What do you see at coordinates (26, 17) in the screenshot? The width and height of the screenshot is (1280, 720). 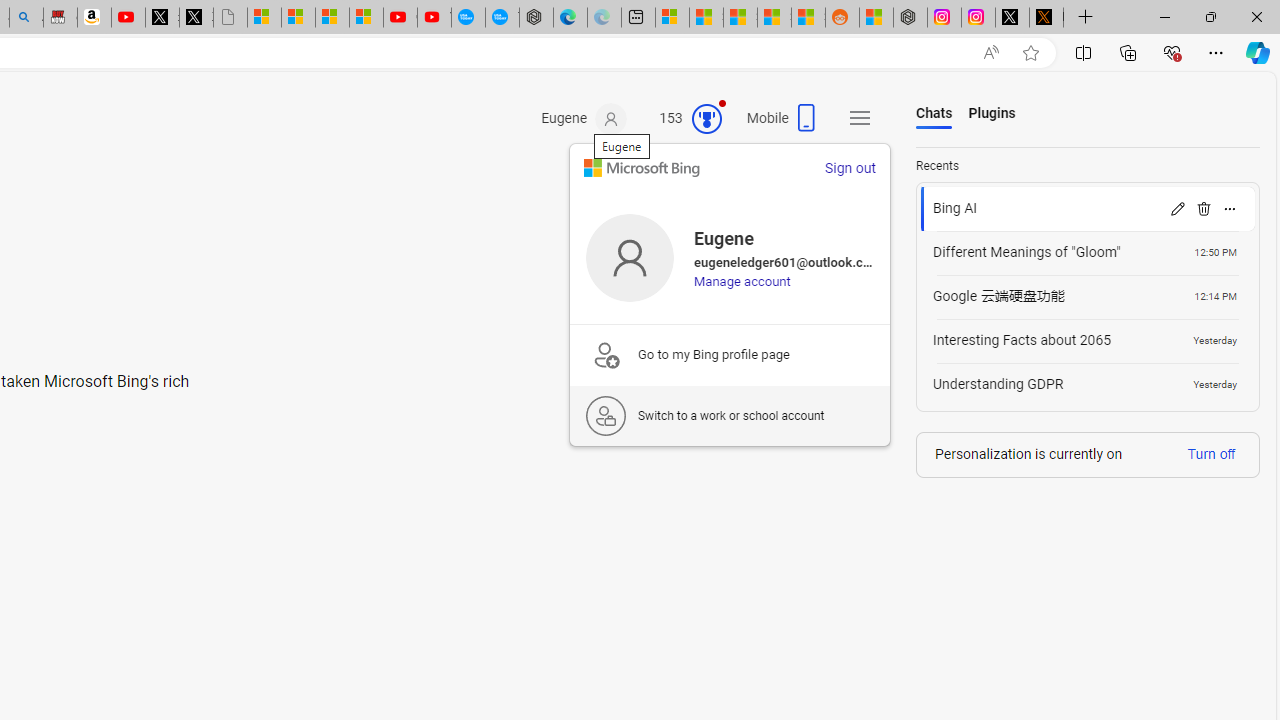 I see `'Amazon Echo Dot PNG - Search Images'` at bounding box center [26, 17].